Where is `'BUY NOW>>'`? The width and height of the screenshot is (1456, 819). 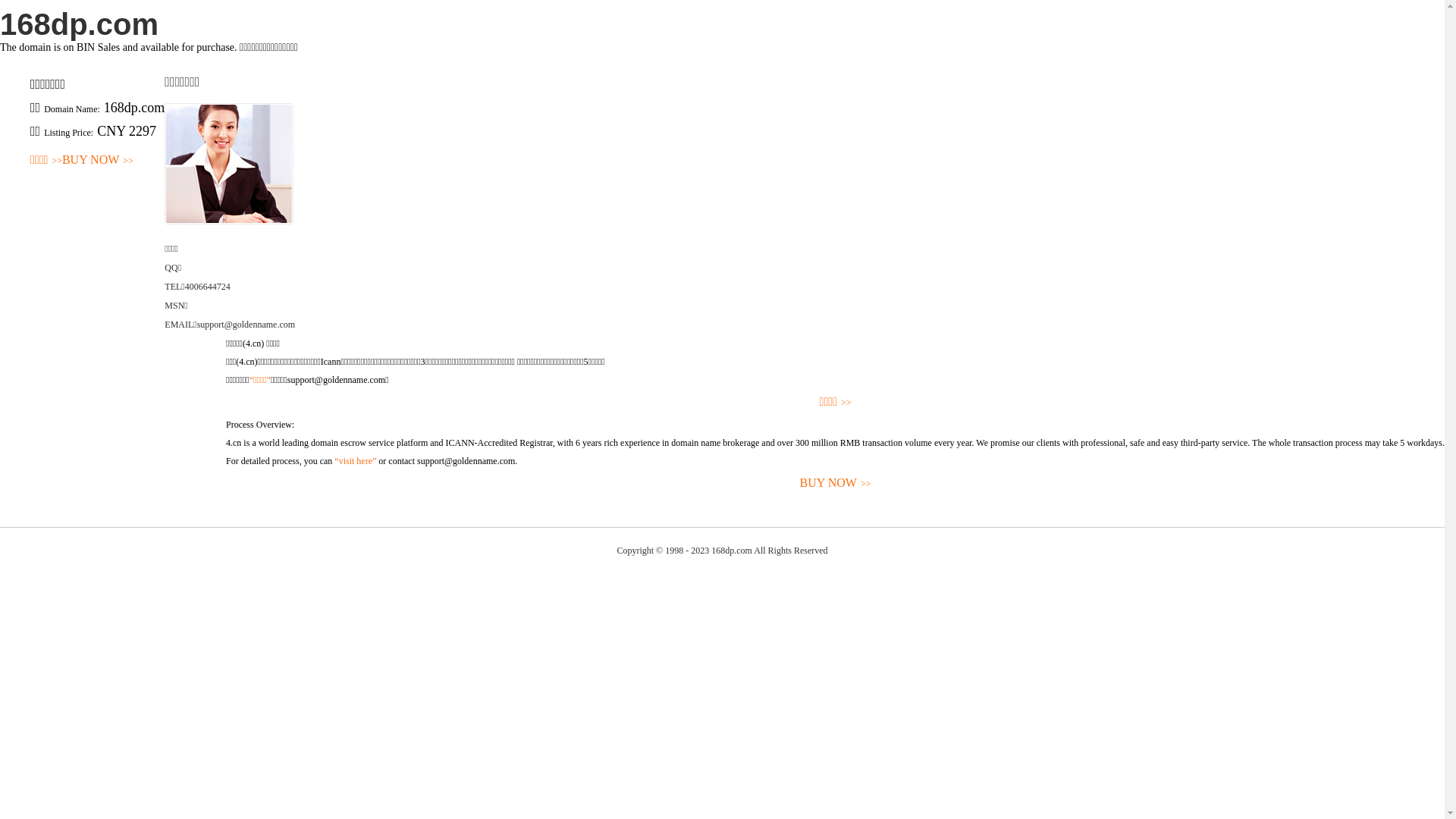 'BUY NOW>>' is located at coordinates (224, 483).